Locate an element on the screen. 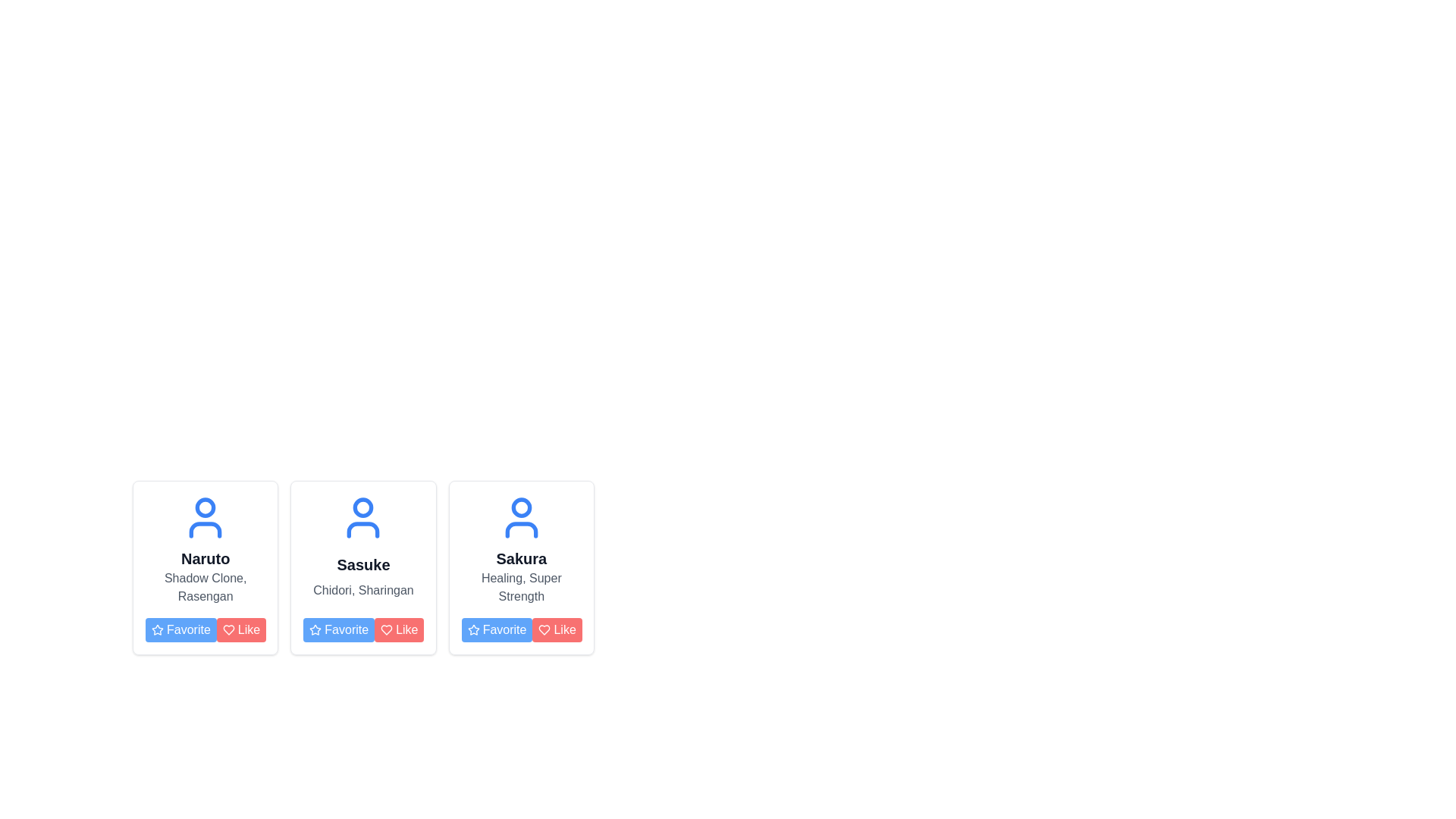  the SVG Circle Graphic representing the head in the user profile icon, which is part of the third profile card in a horizontally aligned list of three cards is located at coordinates (521, 507).